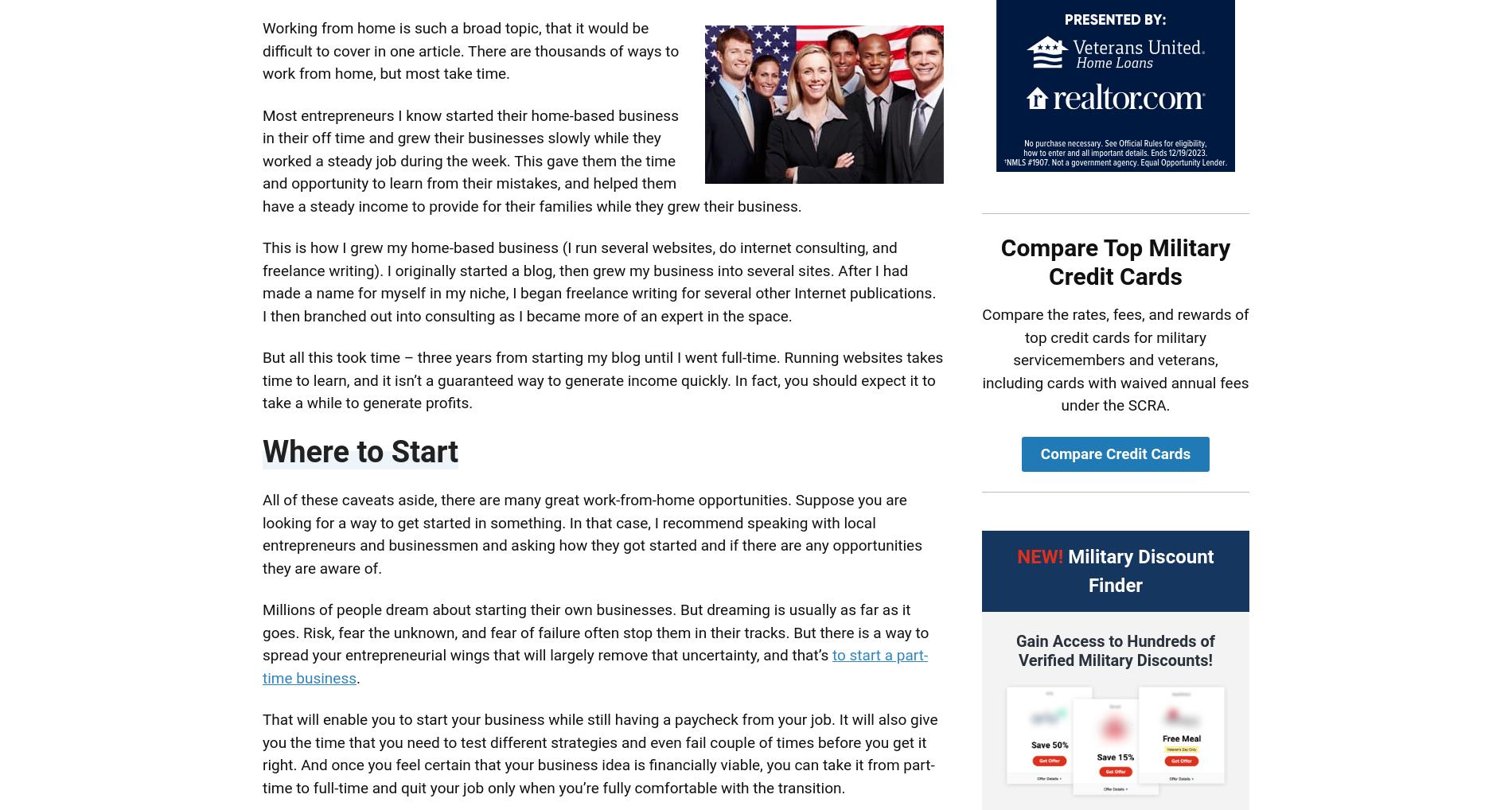 The image size is (1512, 810). I want to click on 'This is how I grew my home-based business (I run several websites, do internet consulting, and freelance writing). I originally started a blog, then grew my business into several sites. After I had made a name for myself in my niche, I began freelance writing for several other Internet publications. I then branched out into consulting as I became more of an expert in the space.', so click(598, 280).